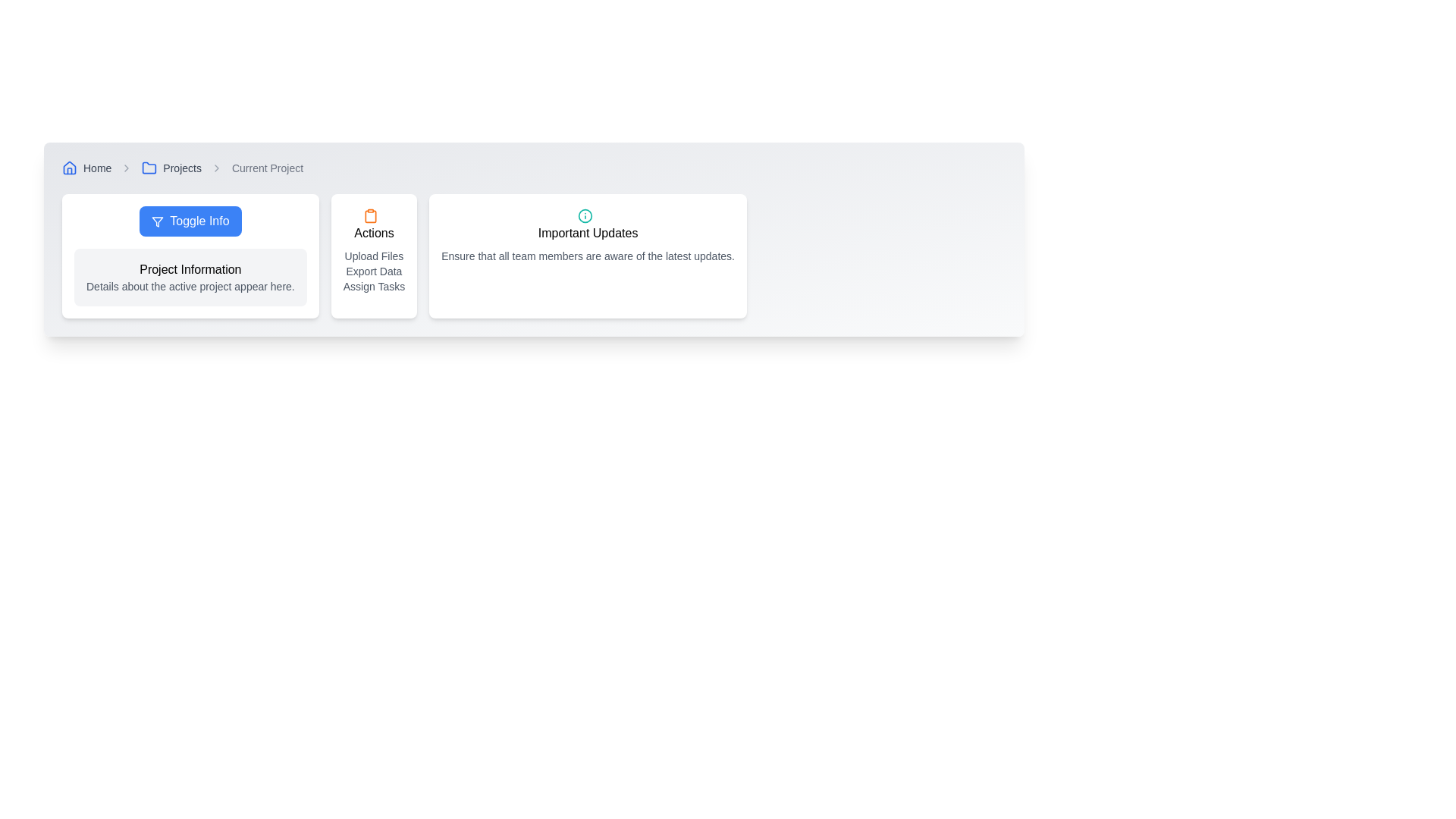 The width and height of the screenshot is (1456, 819). Describe the element at coordinates (68, 167) in the screenshot. I see `the house-shaped icon at the start of the breadcrumb navigation bar, which is stylized and outlined in blue, representing the 'Home' link` at that location.